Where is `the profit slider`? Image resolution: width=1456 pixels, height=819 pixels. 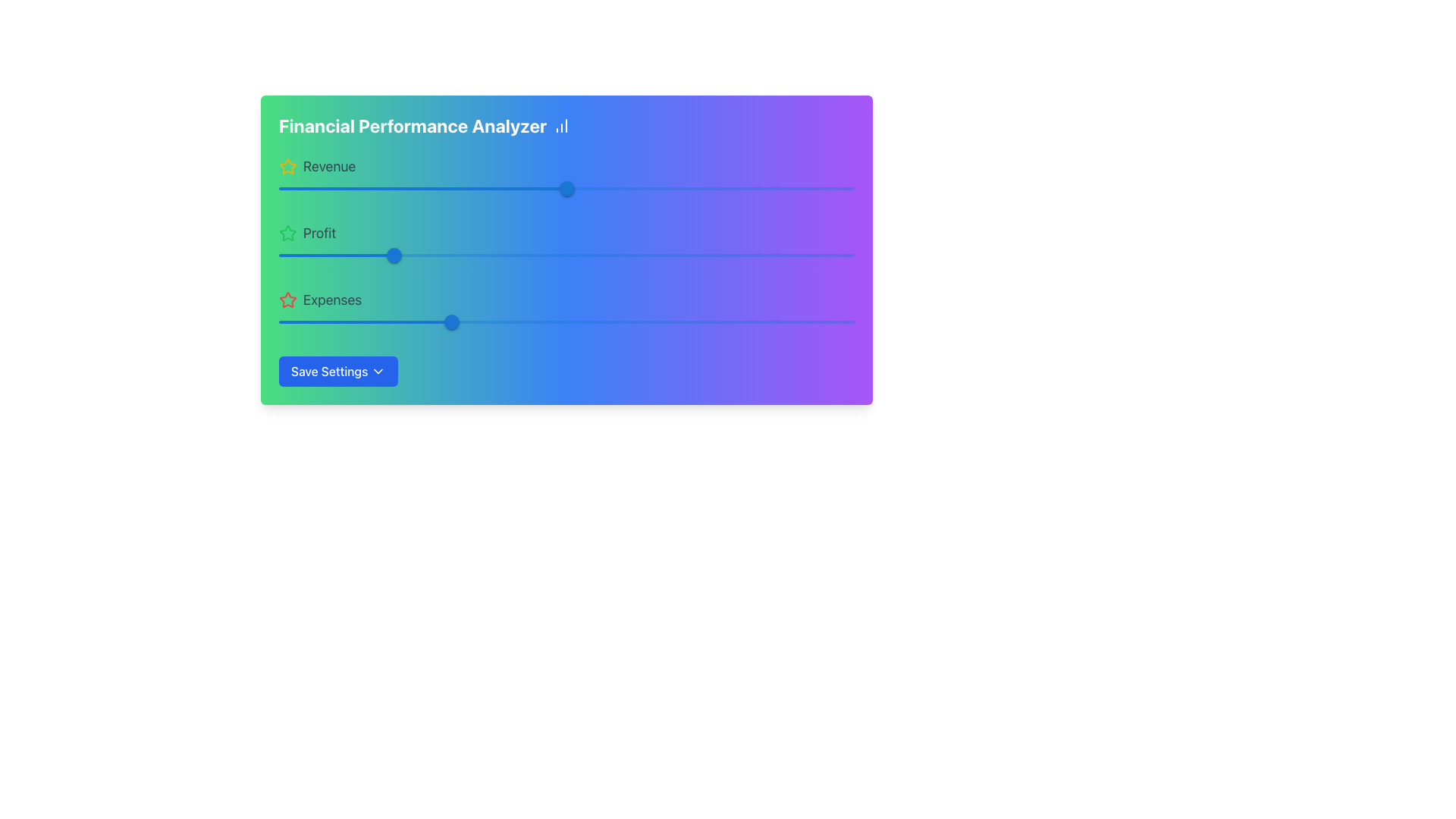
the profit slider is located at coordinates (610, 254).